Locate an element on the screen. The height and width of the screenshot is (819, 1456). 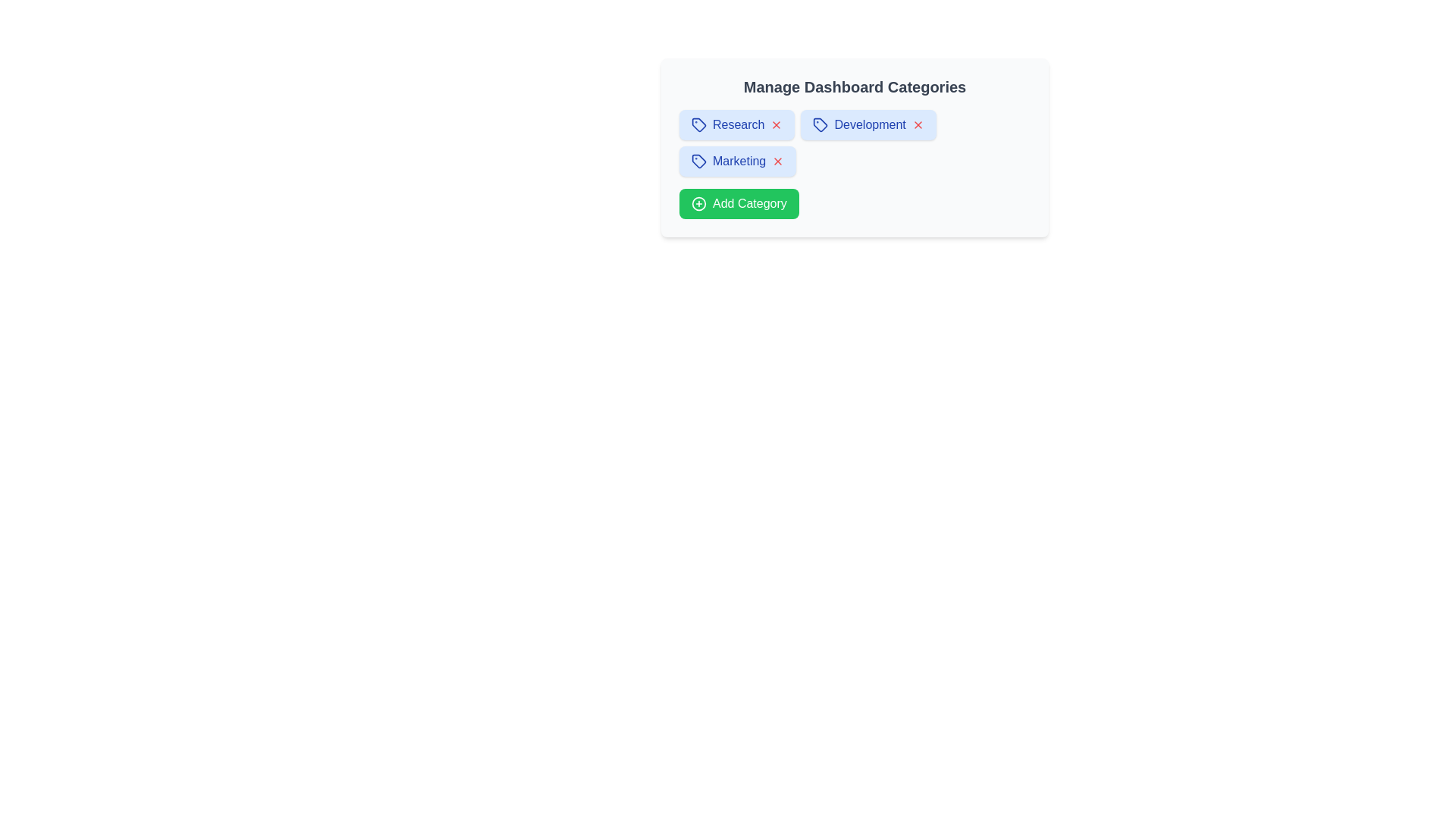
'X' icon on the chip corresponding to the category Research is located at coordinates (777, 124).